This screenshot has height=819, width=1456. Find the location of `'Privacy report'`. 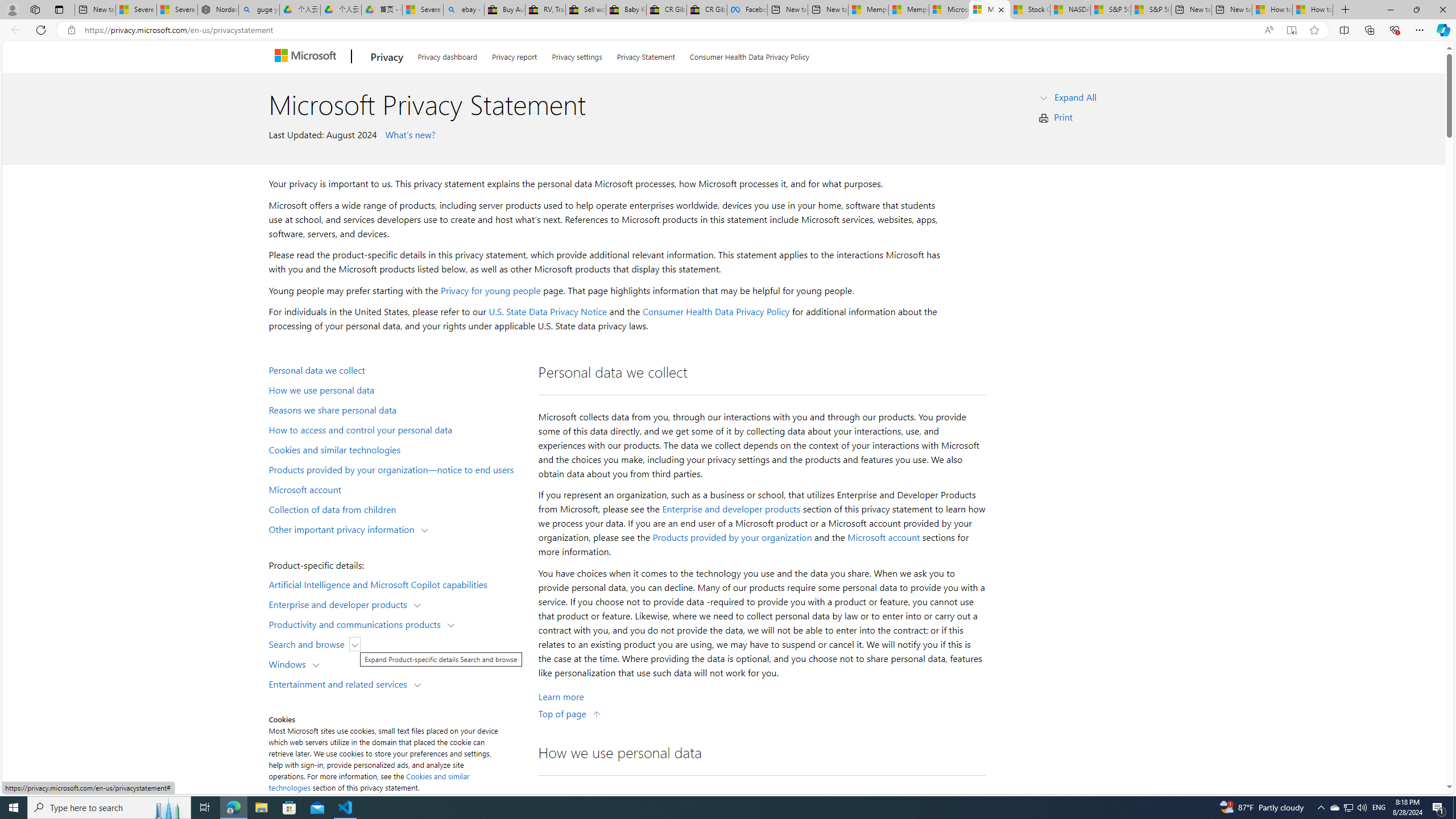

'Privacy report' is located at coordinates (514, 54).